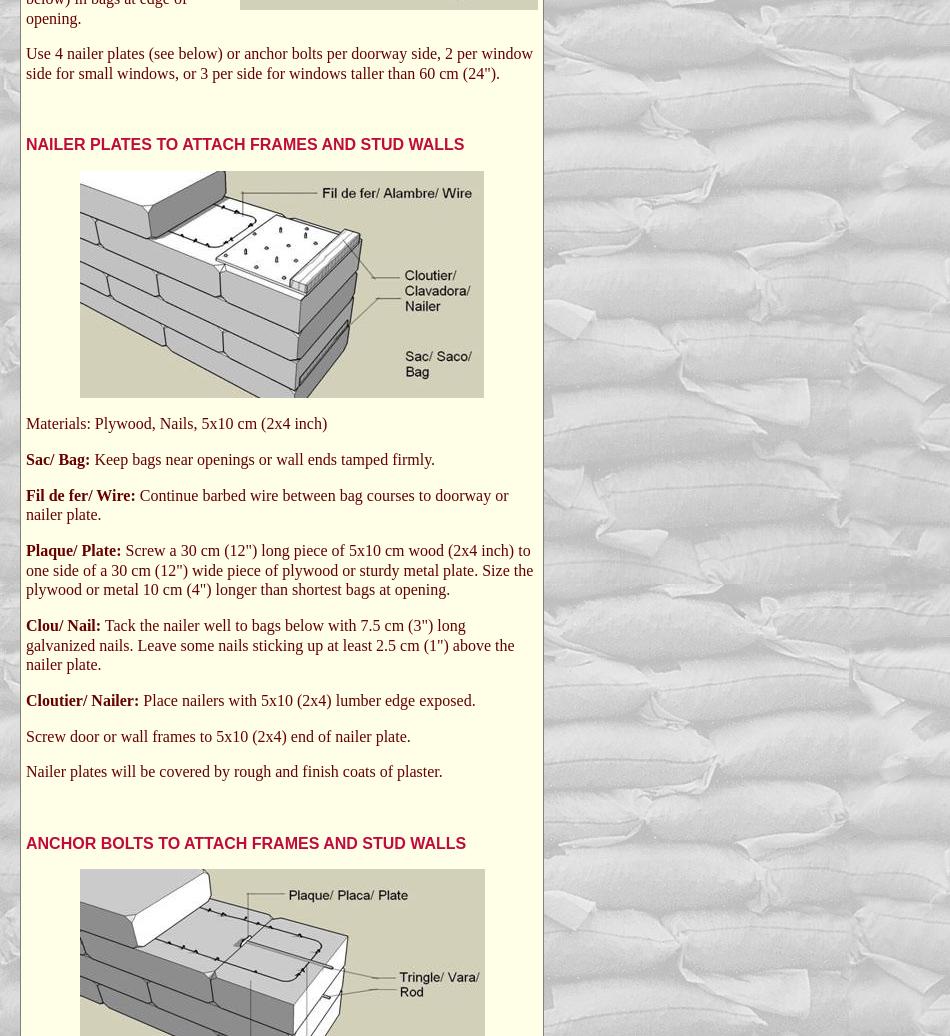  What do you see at coordinates (218, 735) in the screenshot?
I see `'Screw door or wall frames to 5x10 (2x4) end of nailer plate.'` at bounding box center [218, 735].